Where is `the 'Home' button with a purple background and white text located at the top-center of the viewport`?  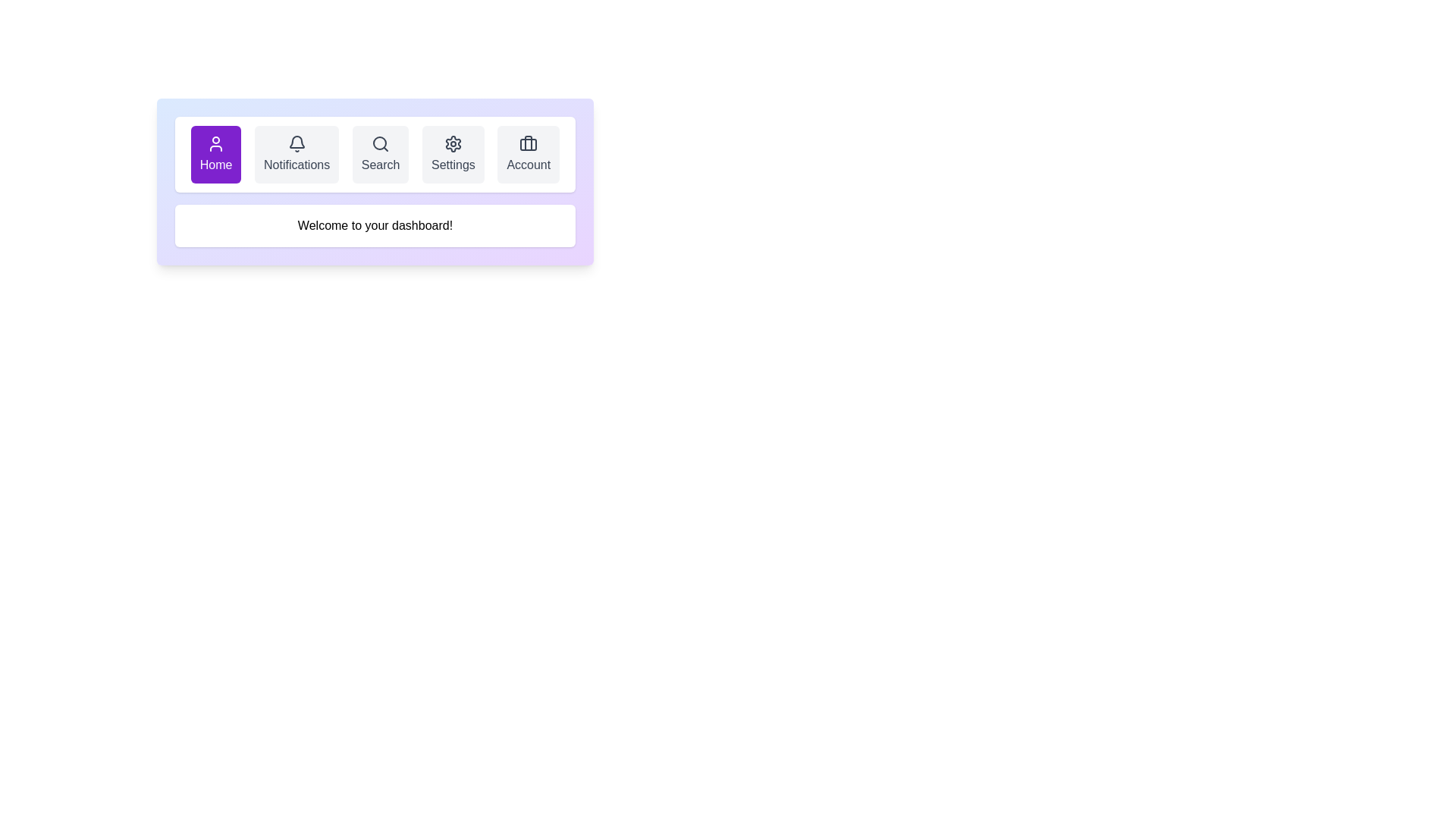 the 'Home' button with a purple background and white text located at the top-center of the viewport is located at coordinates (215, 155).